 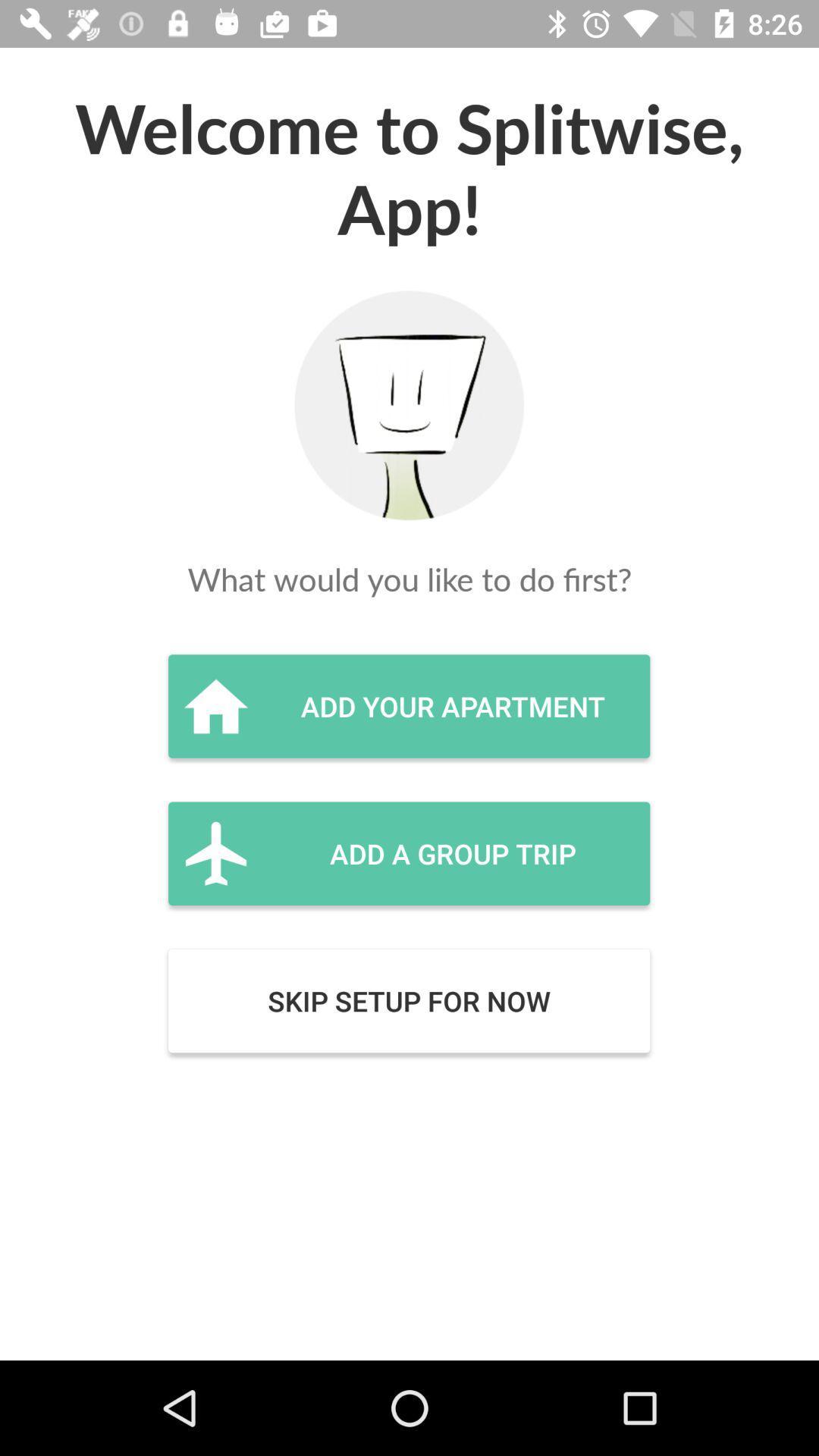 I want to click on the add a group, so click(x=408, y=853).